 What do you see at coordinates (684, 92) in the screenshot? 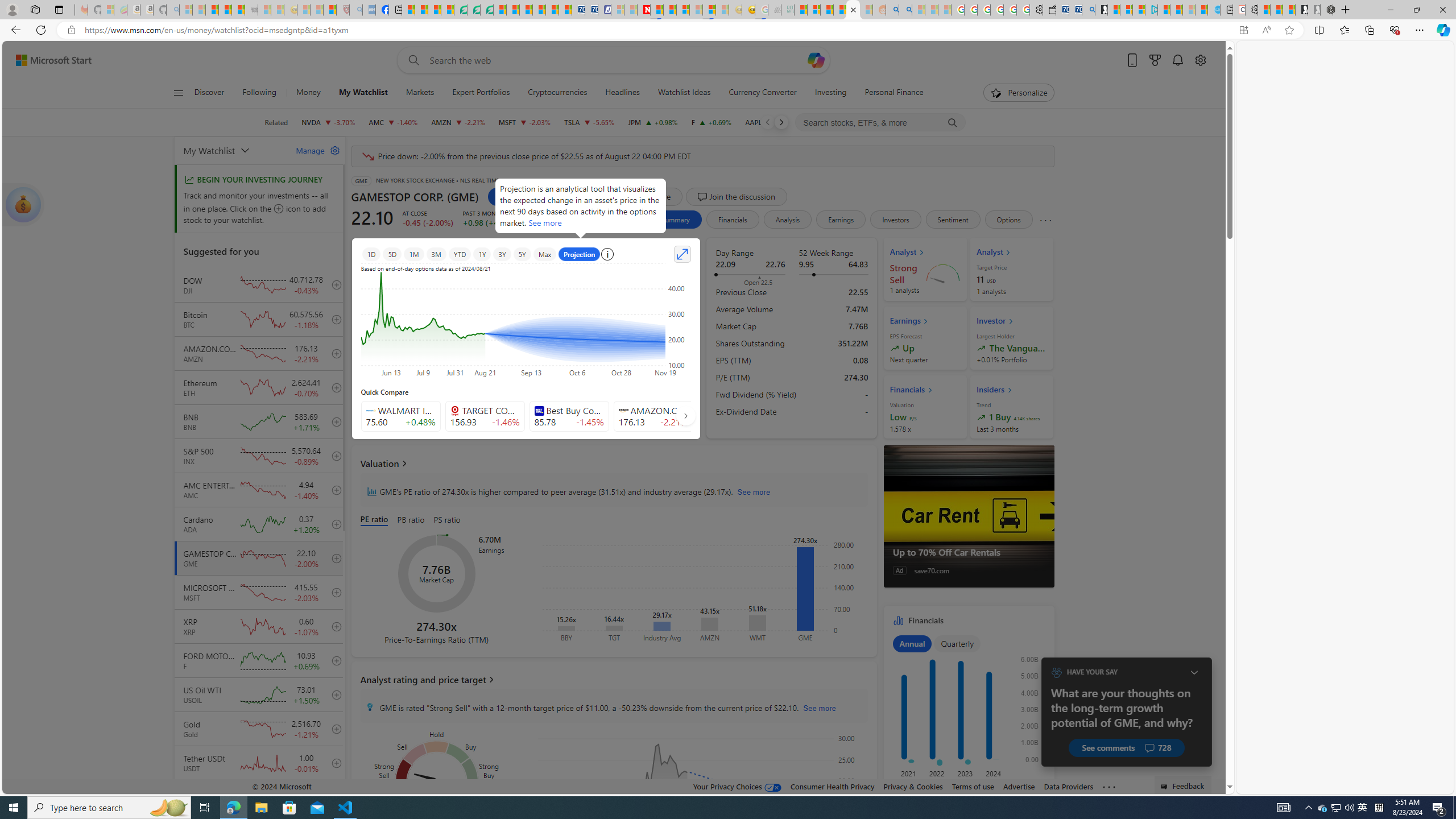
I see `'Watchlist Ideas'` at bounding box center [684, 92].